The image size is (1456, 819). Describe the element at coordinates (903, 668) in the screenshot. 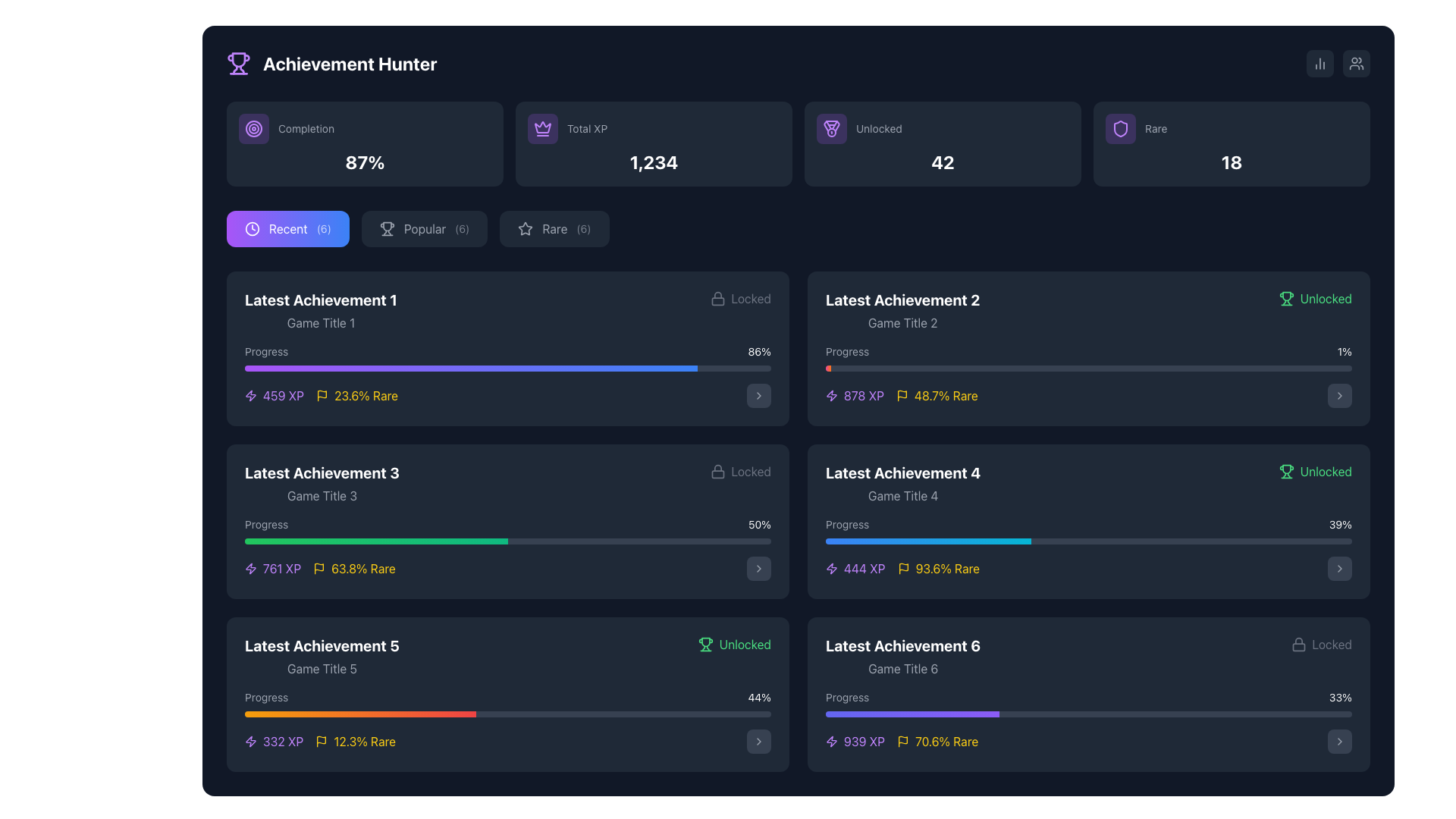

I see `the text label that describes the game title associated with the achievement, located below the bolded title 'Latest Achievement 6' in the interface` at that location.